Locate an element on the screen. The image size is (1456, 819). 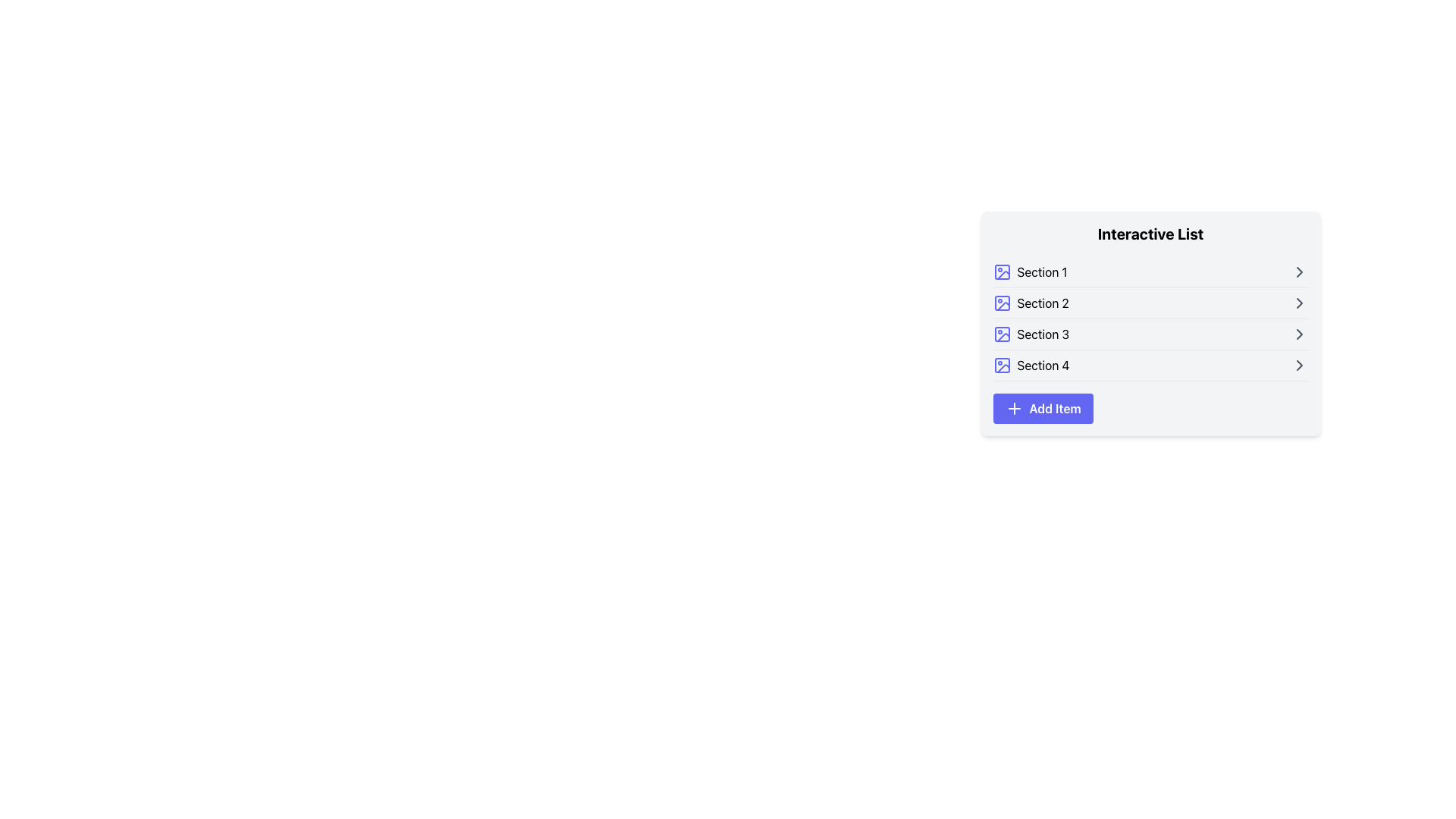
the indigo graphical icon resembling an image frame with a circular detail and a diagonal line, located to the left of the text label 'Section 1' is located at coordinates (1002, 271).